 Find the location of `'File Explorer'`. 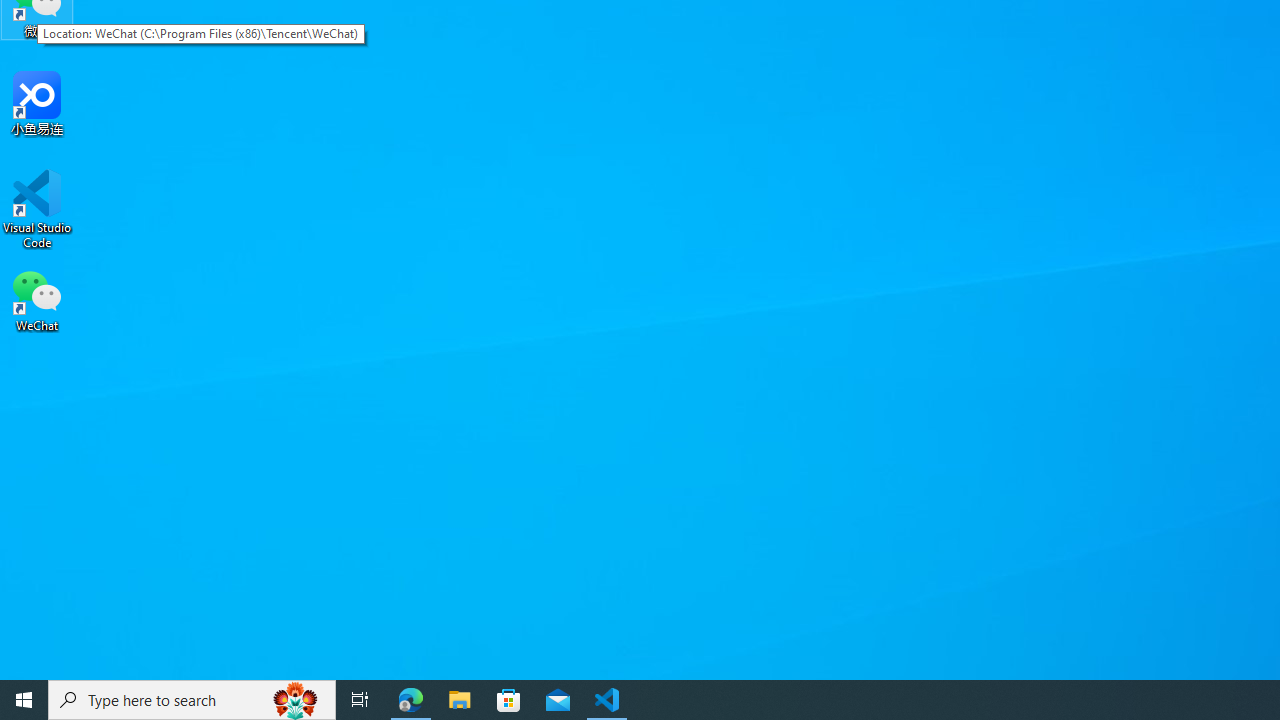

'File Explorer' is located at coordinates (459, 698).